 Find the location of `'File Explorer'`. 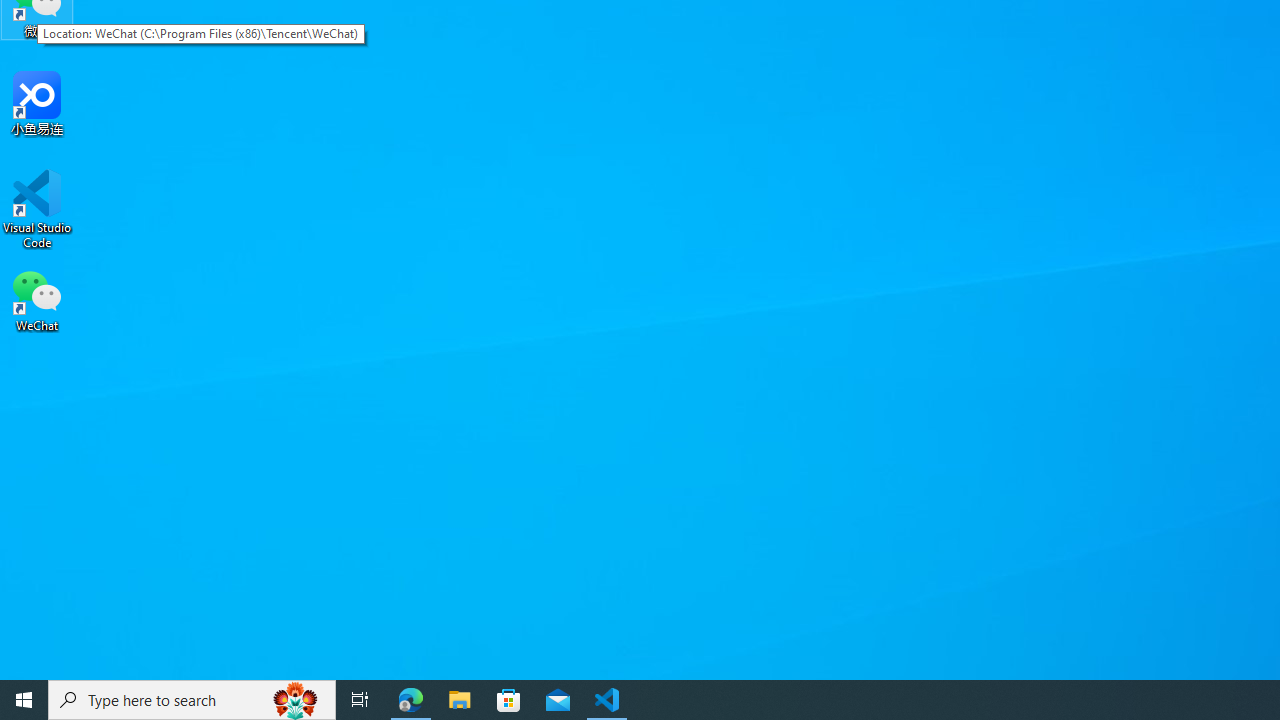

'File Explorer' is located at coordinates (459, 698).